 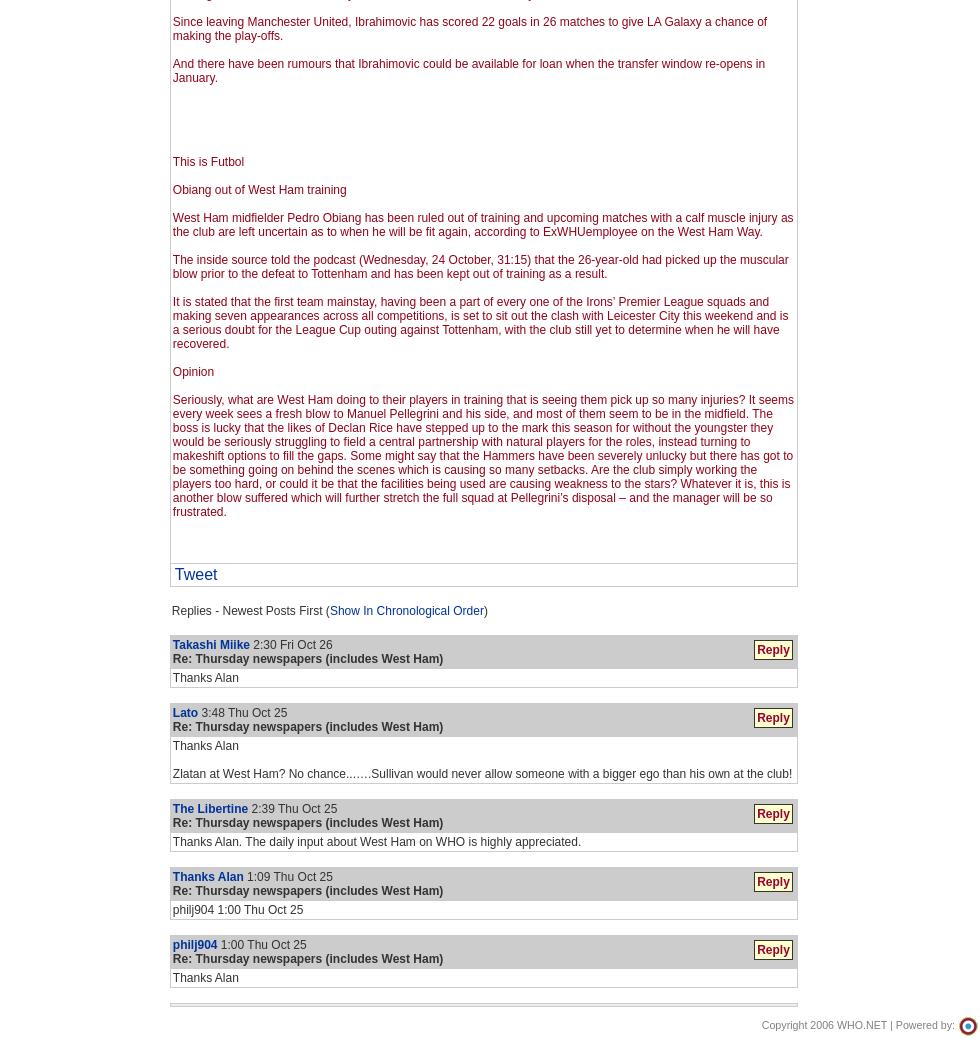 What do you see at coordinates (287, 875) in the screenshot?
I see `'1:09 Thu Oct 25'` at bounding box center [287, 875].